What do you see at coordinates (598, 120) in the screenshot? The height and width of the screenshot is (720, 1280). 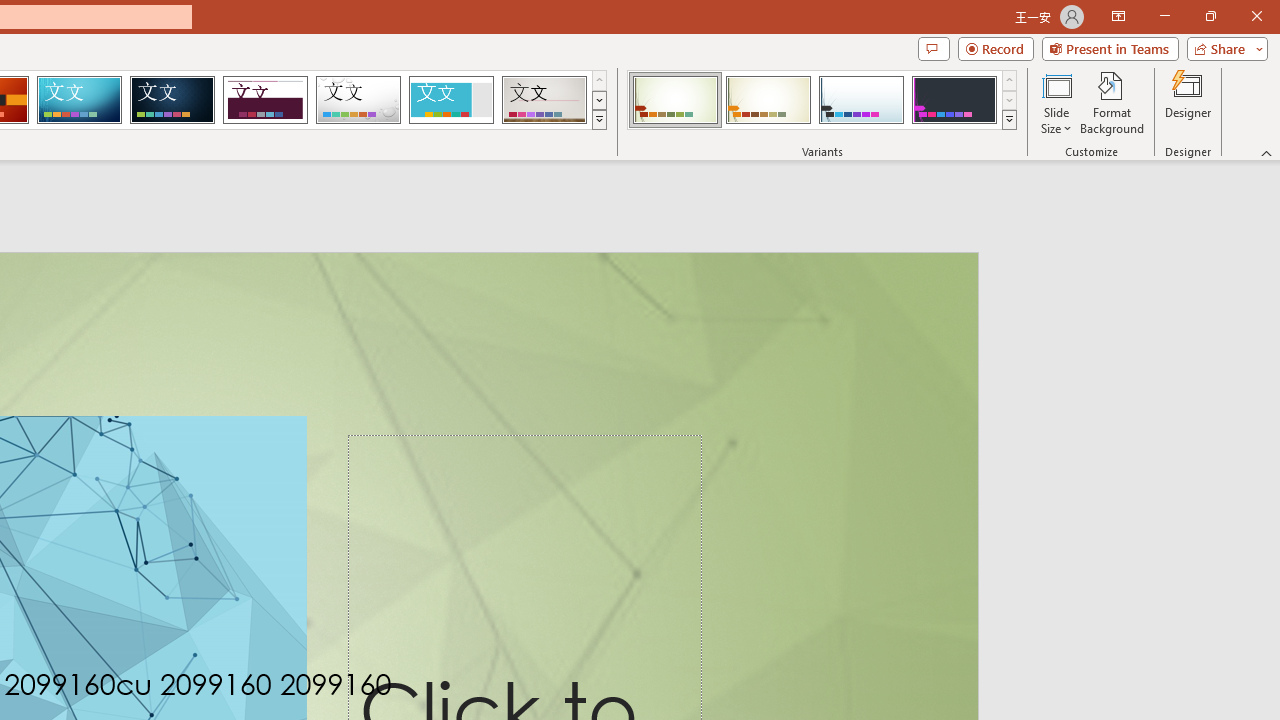 I see `'Themes'` at bounding box center [598, 120].